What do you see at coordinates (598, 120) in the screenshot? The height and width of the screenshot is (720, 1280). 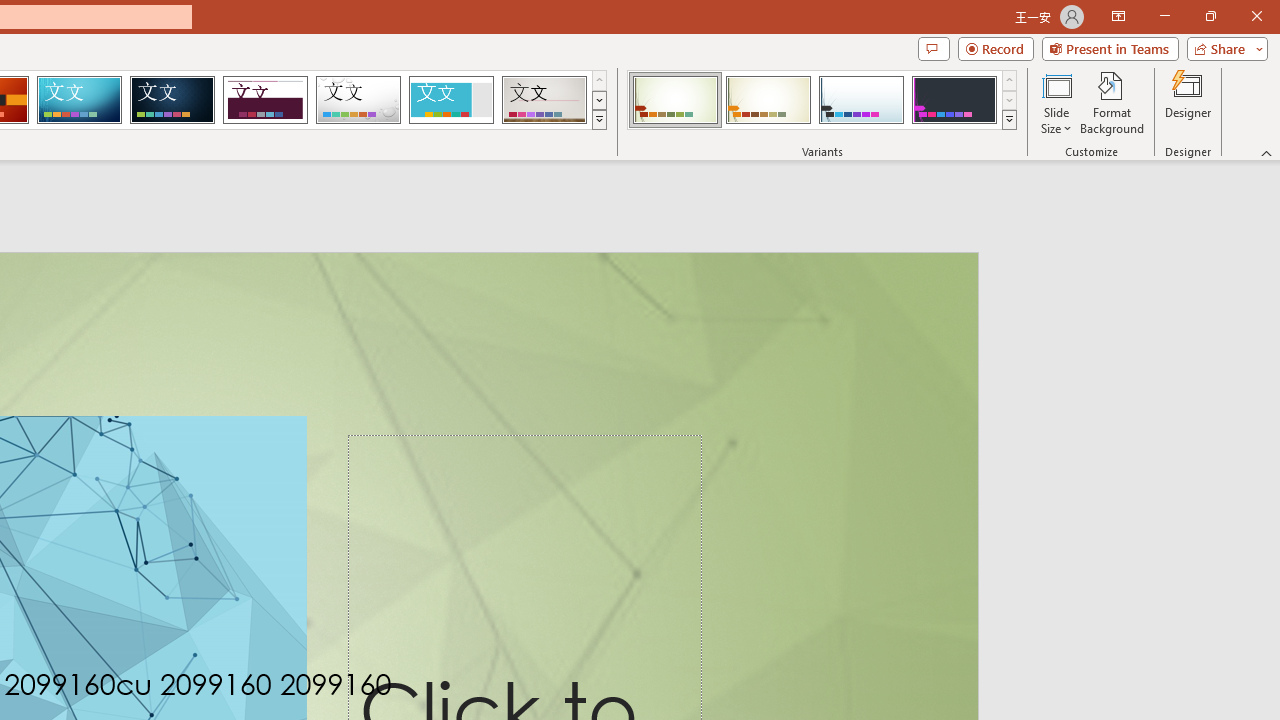 I see `'Themes'` at bounding box center [598, 120].